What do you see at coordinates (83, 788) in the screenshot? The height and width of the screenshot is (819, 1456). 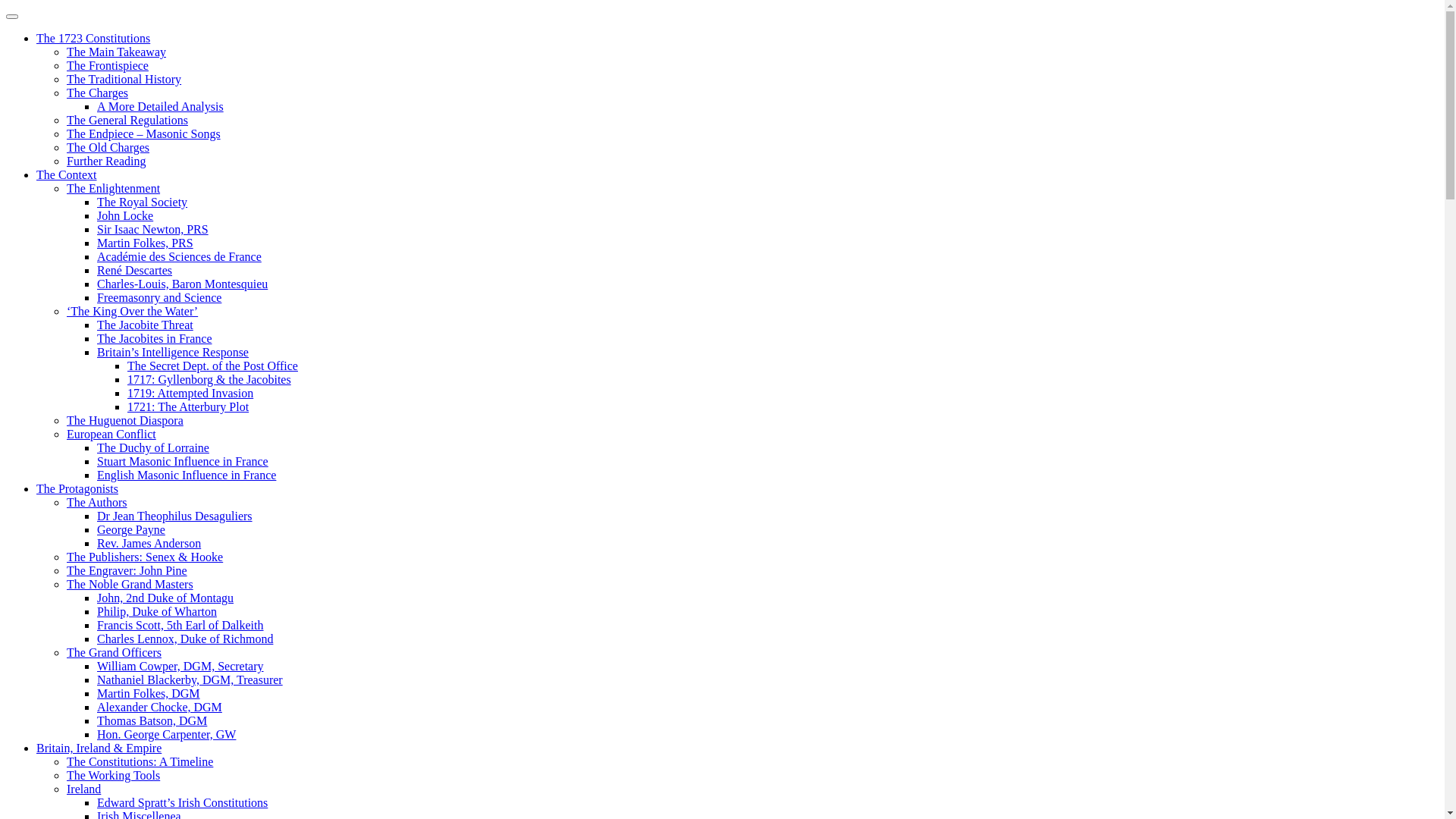 I see `'Ireland'` at bounding box center [83, 788].